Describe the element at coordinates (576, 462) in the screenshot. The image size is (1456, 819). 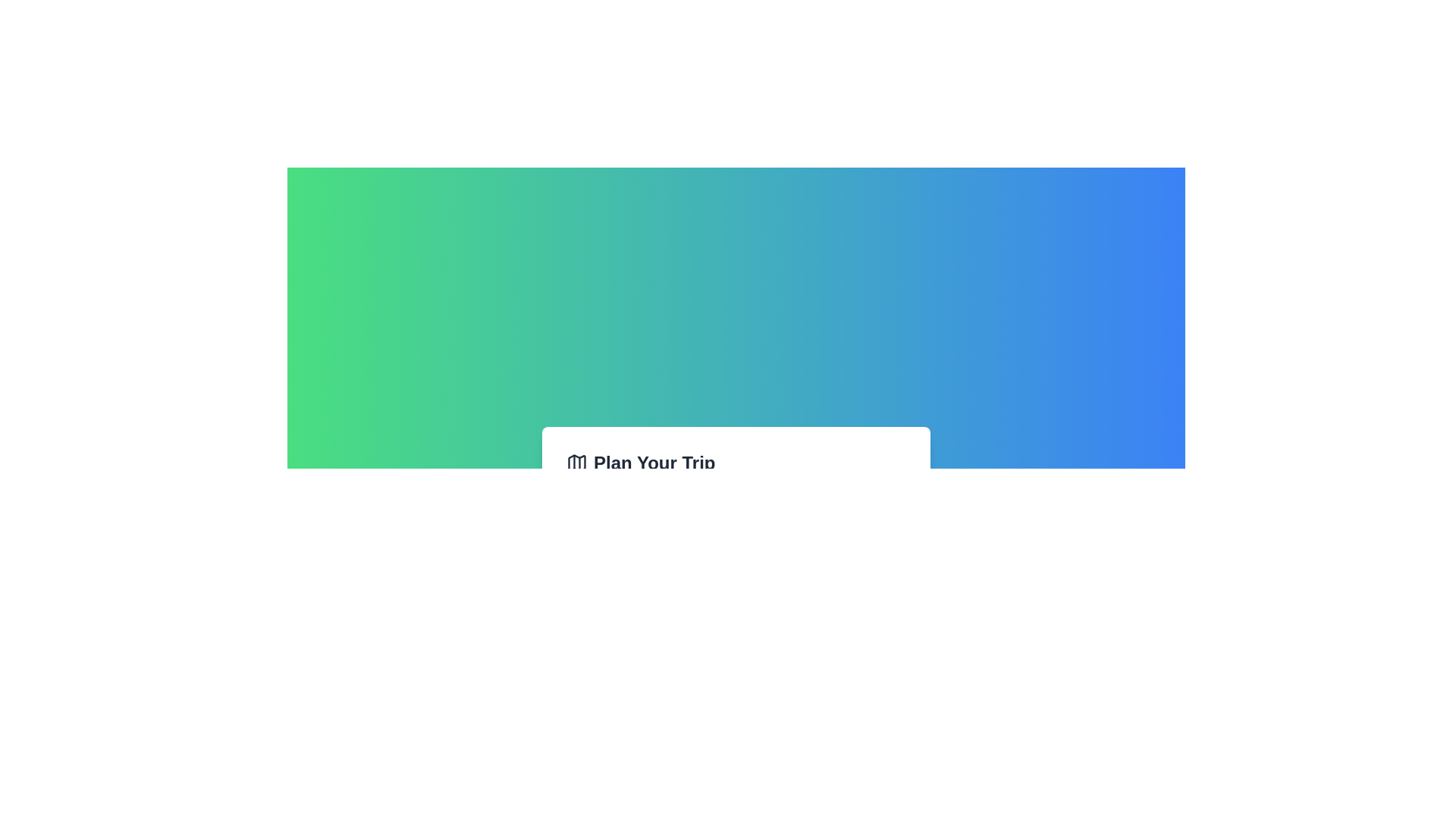
I see `the decorative icon in the 'Plan Your Trip' header section, which is positioned directly to the left of the text` at that location.